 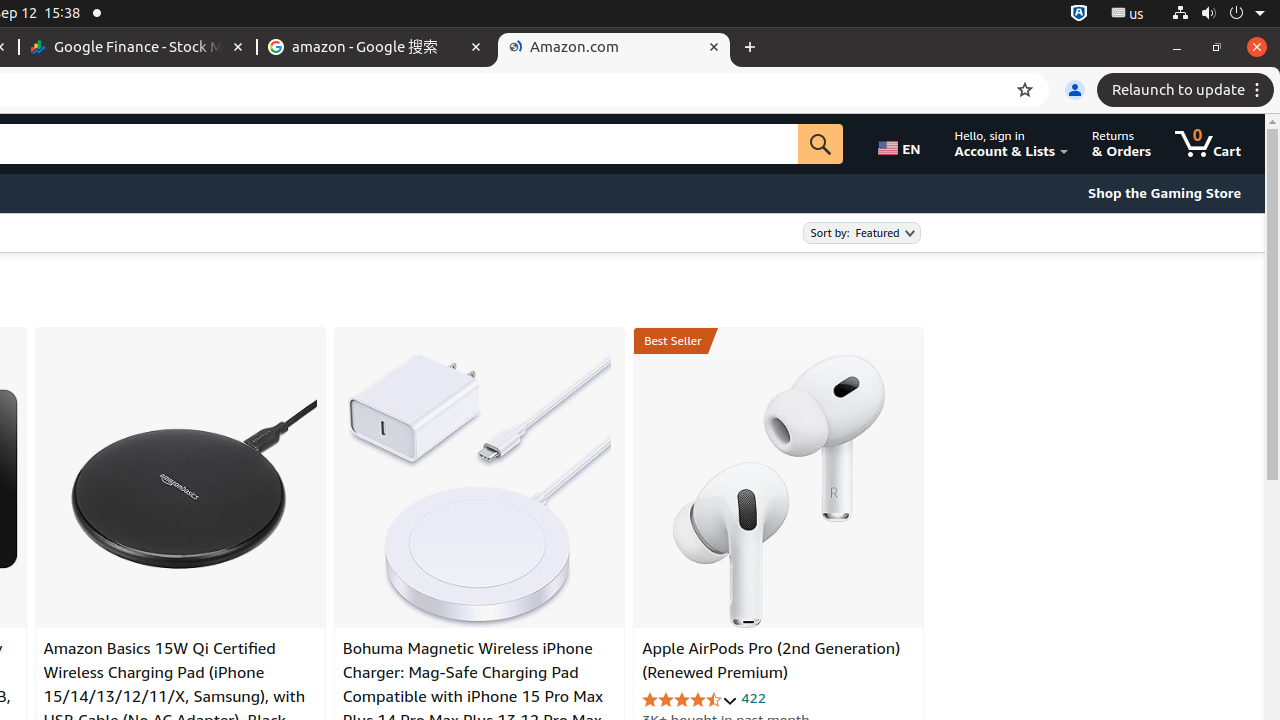 I want to click on 'System', so click(x=1217, y=13).